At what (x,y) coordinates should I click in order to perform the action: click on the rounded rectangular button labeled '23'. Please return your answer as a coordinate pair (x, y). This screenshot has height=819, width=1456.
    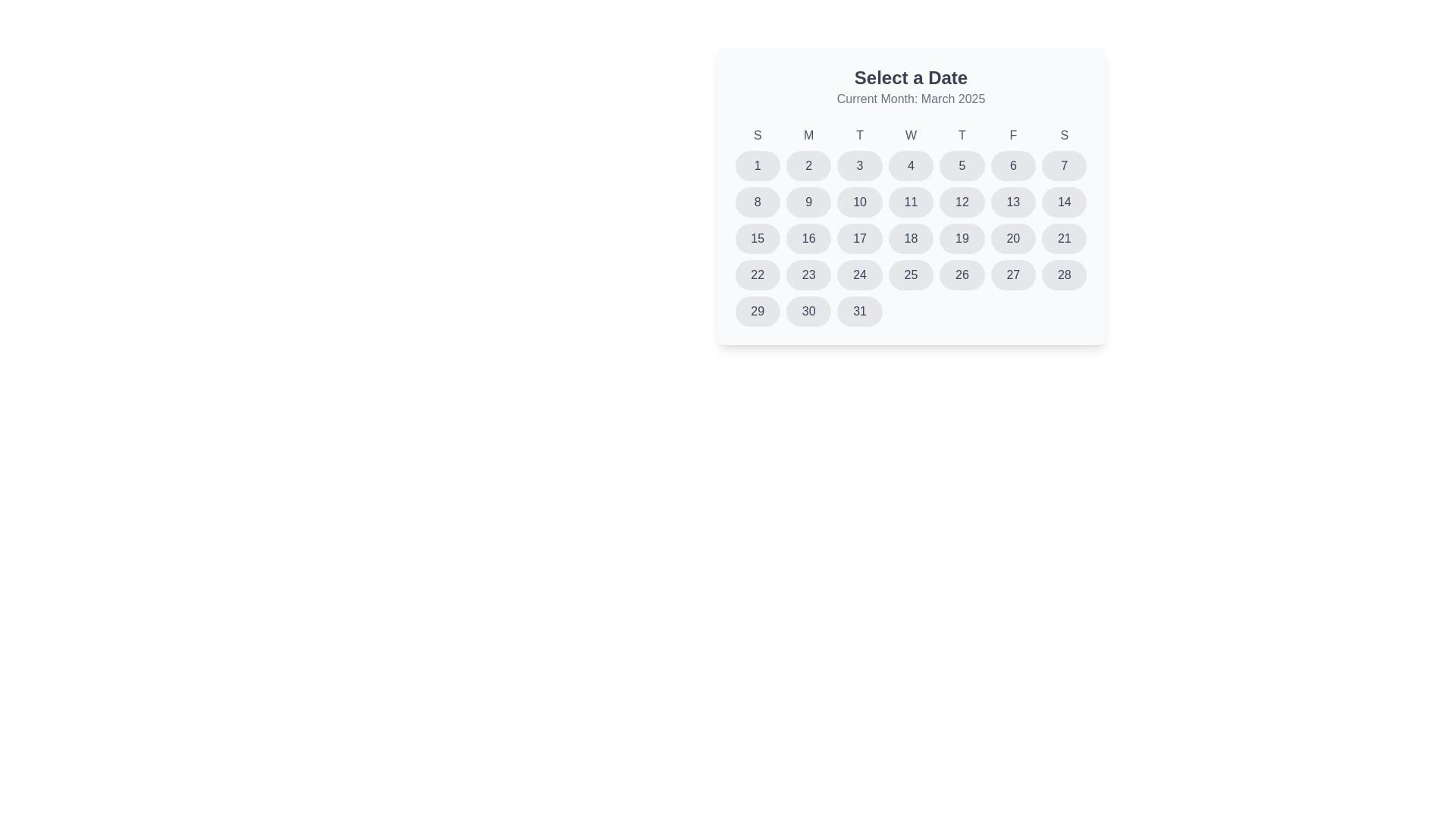
    Looking at the image, I should click on (808, 275).